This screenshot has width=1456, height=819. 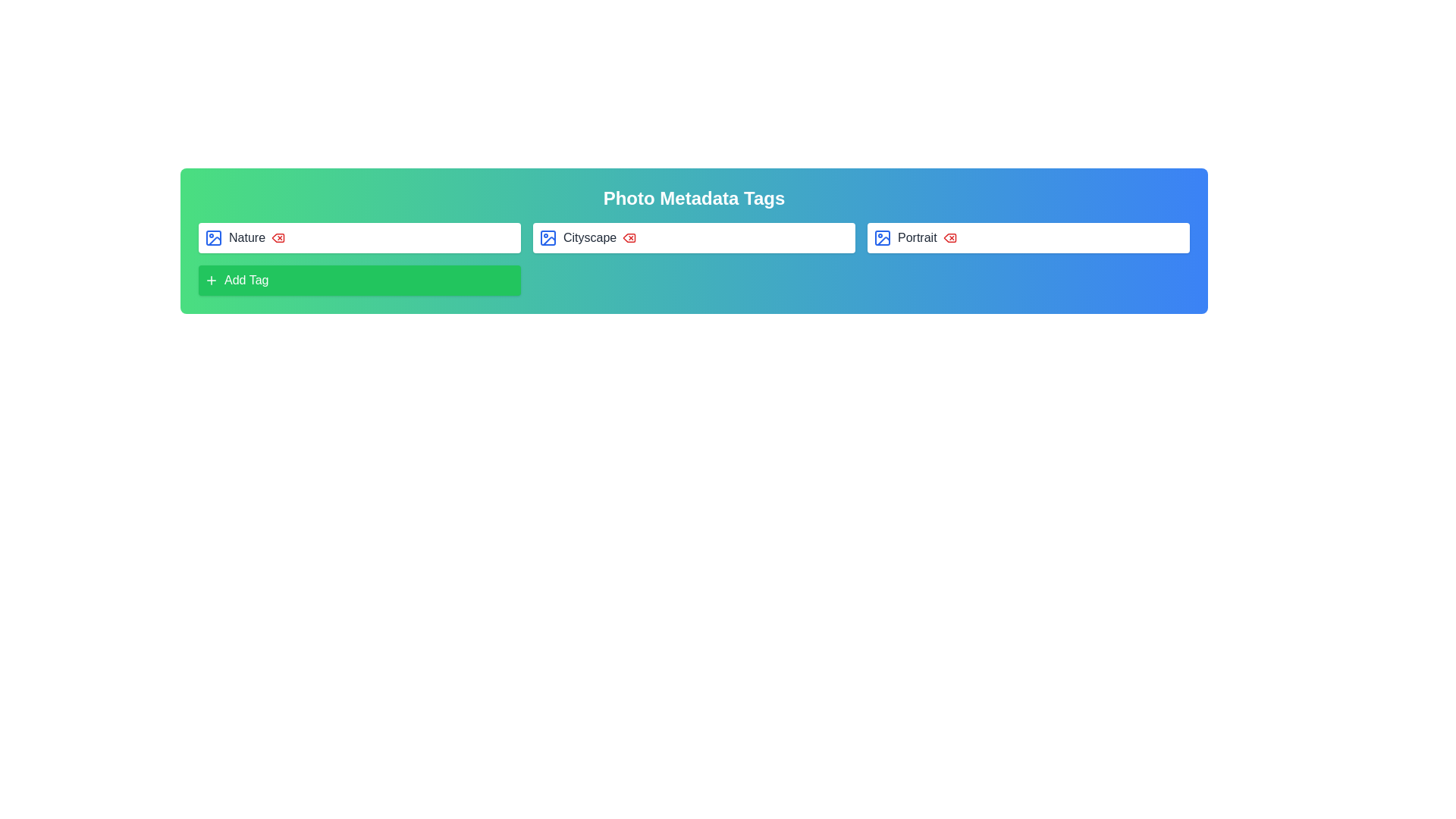 I want to click on the blue-stroked mountain and sun icon within the 'Cityscape' tag section, which is the first visual component from the left, so click(x=548, y=237).